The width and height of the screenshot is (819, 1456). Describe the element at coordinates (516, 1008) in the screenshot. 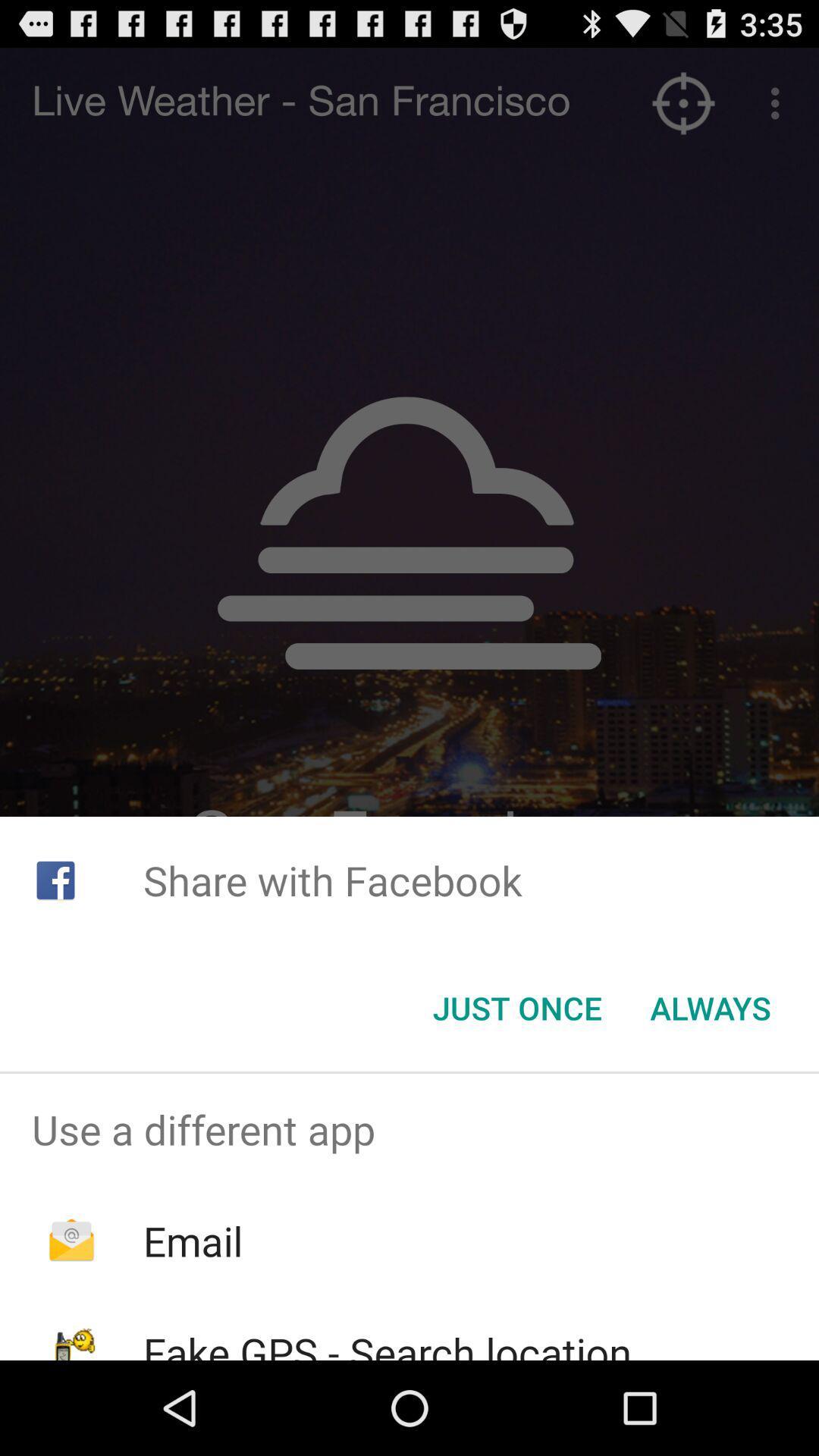

I see `the just once item` at that location.